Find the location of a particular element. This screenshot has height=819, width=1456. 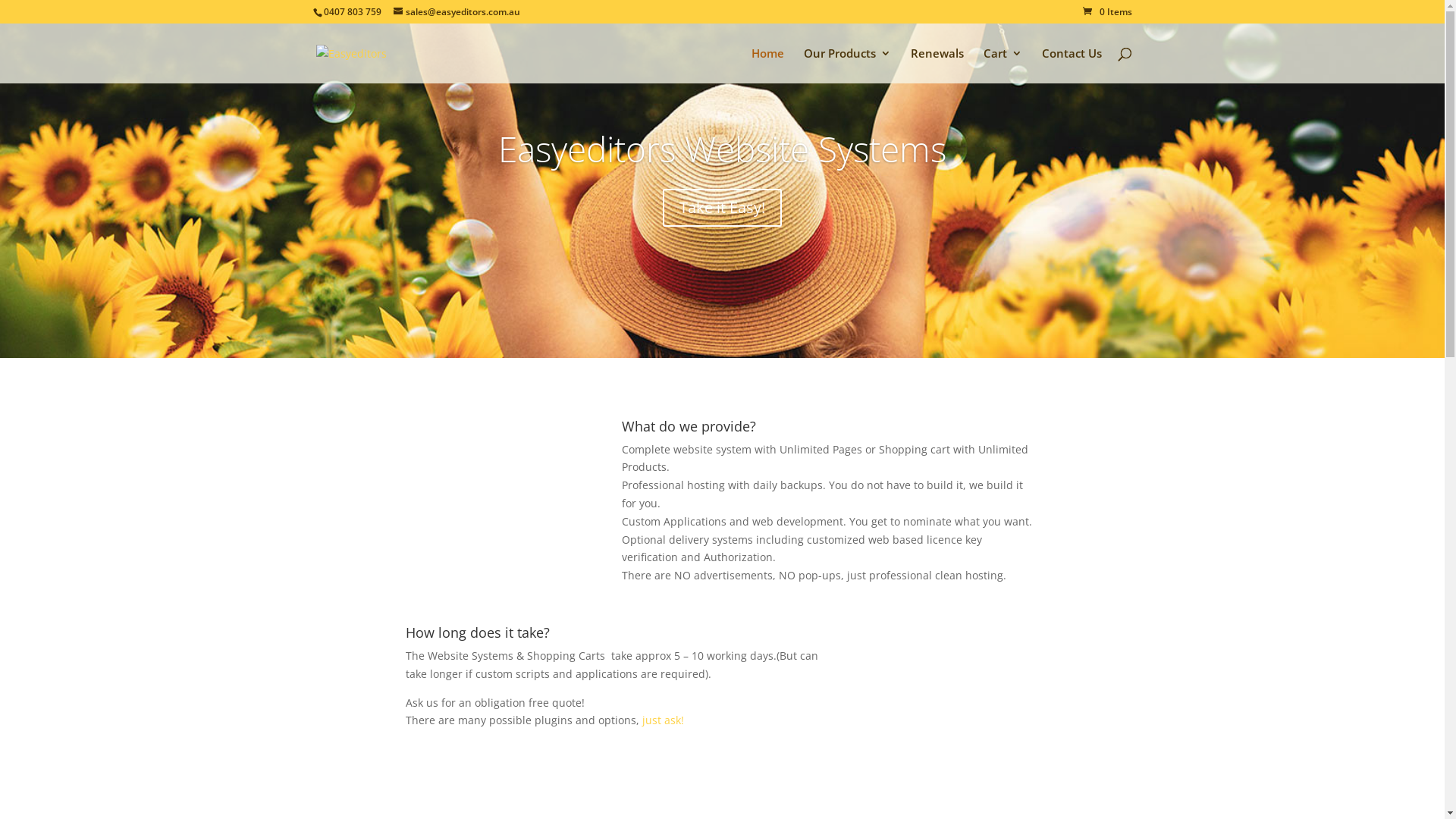

'Cart' is located at coordinates (1002, 64).